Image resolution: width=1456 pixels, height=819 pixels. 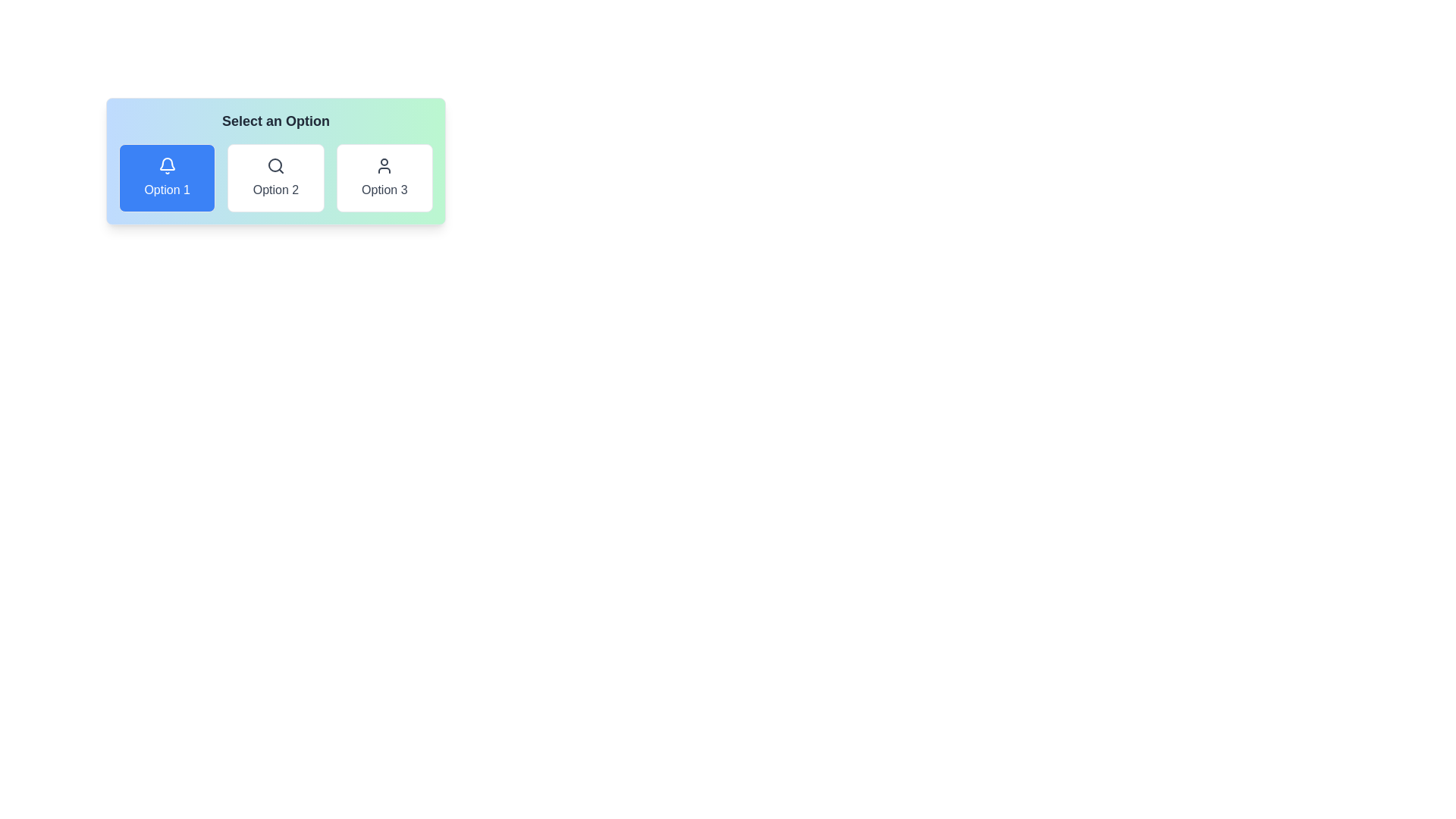 I want to click on the Text Label that serves as a title or instruction label, located in the header section above the options 'Option 1', 'Option 2', and 'Option 3', so click(x=276, y=120).